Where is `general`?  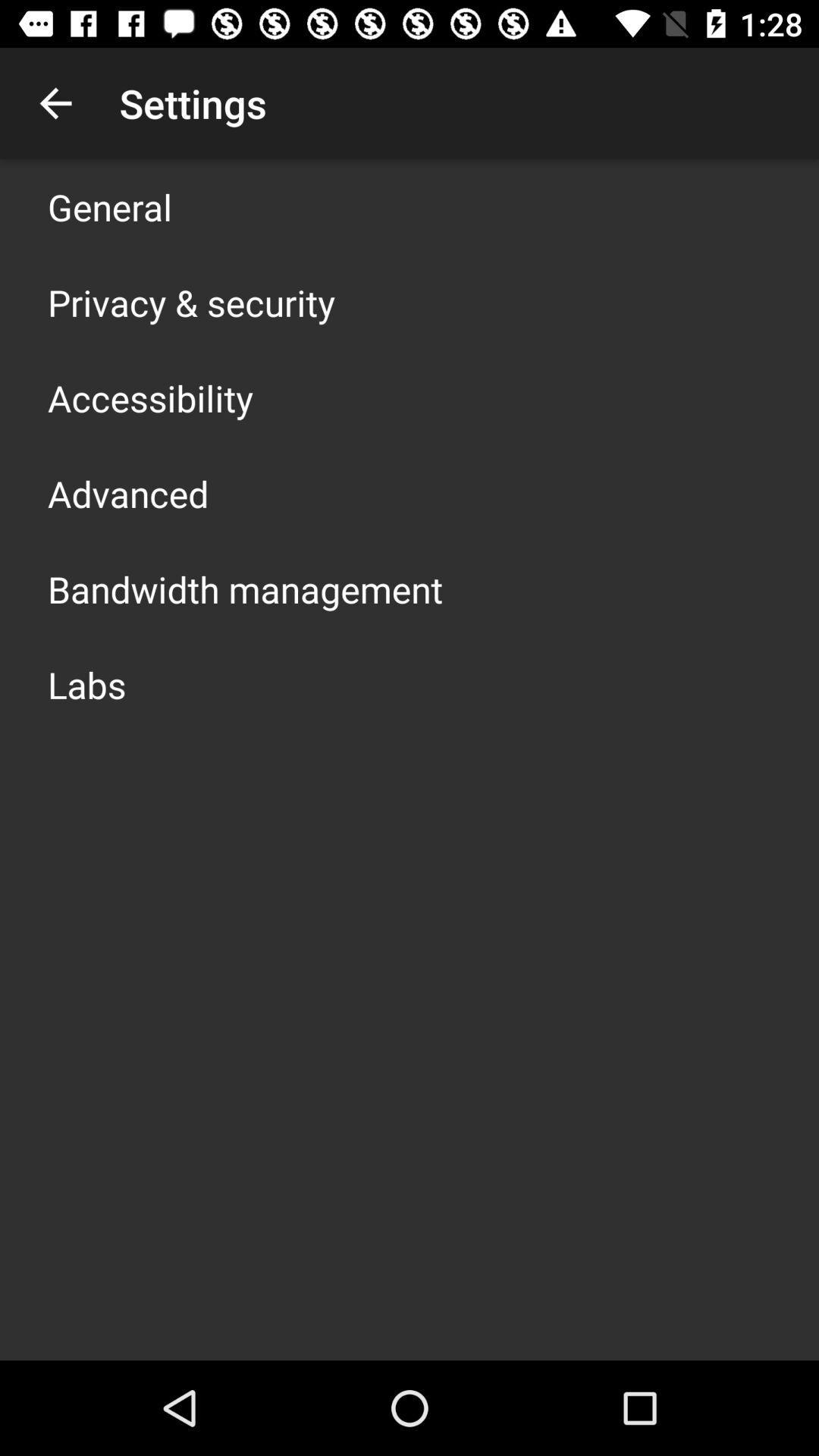
general is located at coordinates (109, 206).